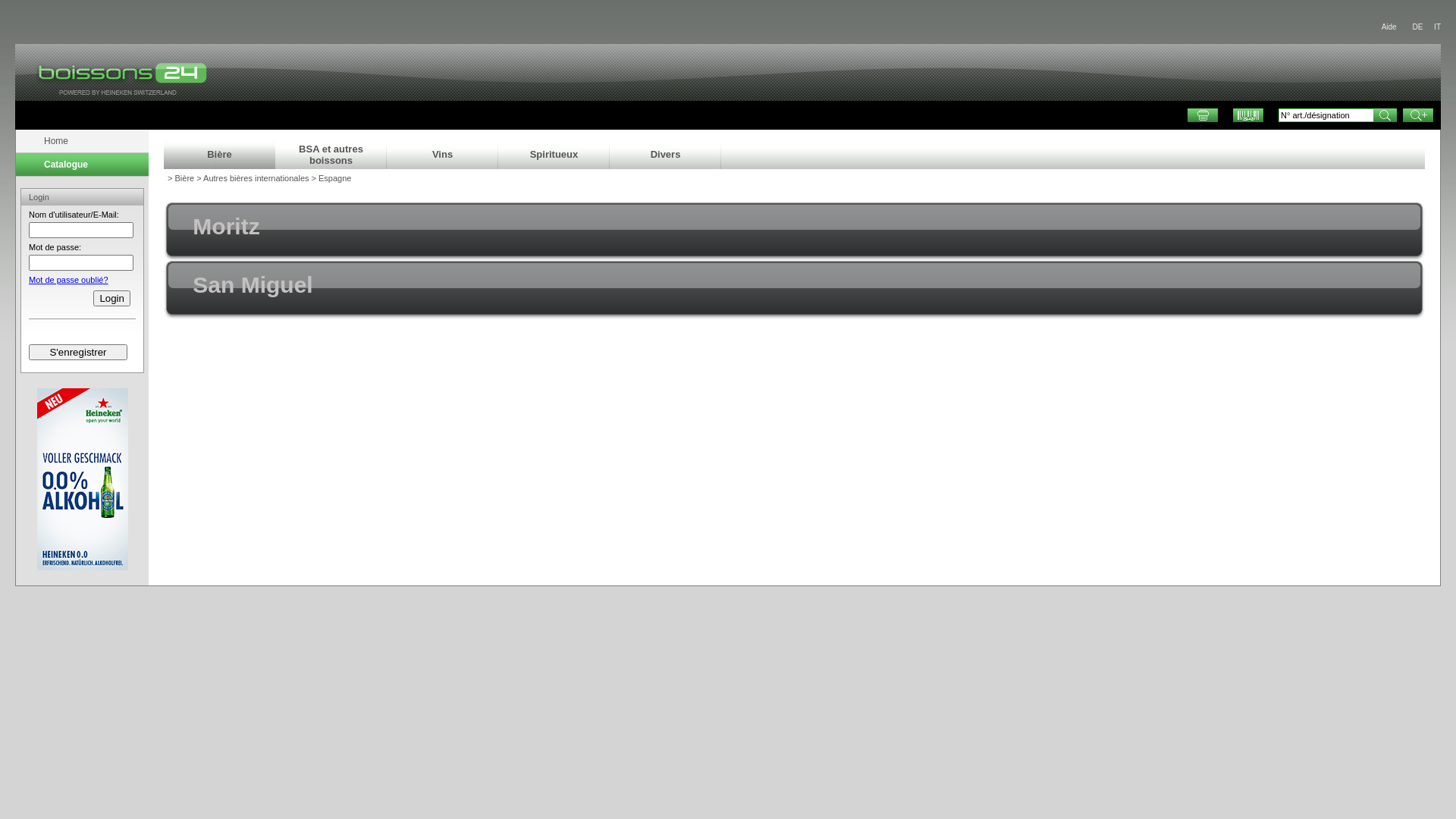 The width and height of the screenshot is (1456, 819). I want to click on 'Divers', so click(666, 154).